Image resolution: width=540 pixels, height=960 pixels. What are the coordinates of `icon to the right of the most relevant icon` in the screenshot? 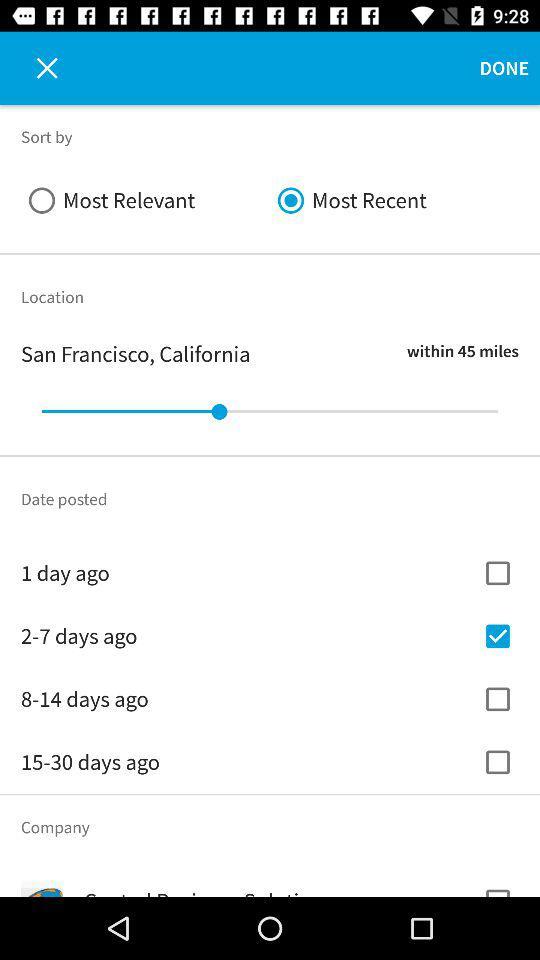 It's located at (394, 200).